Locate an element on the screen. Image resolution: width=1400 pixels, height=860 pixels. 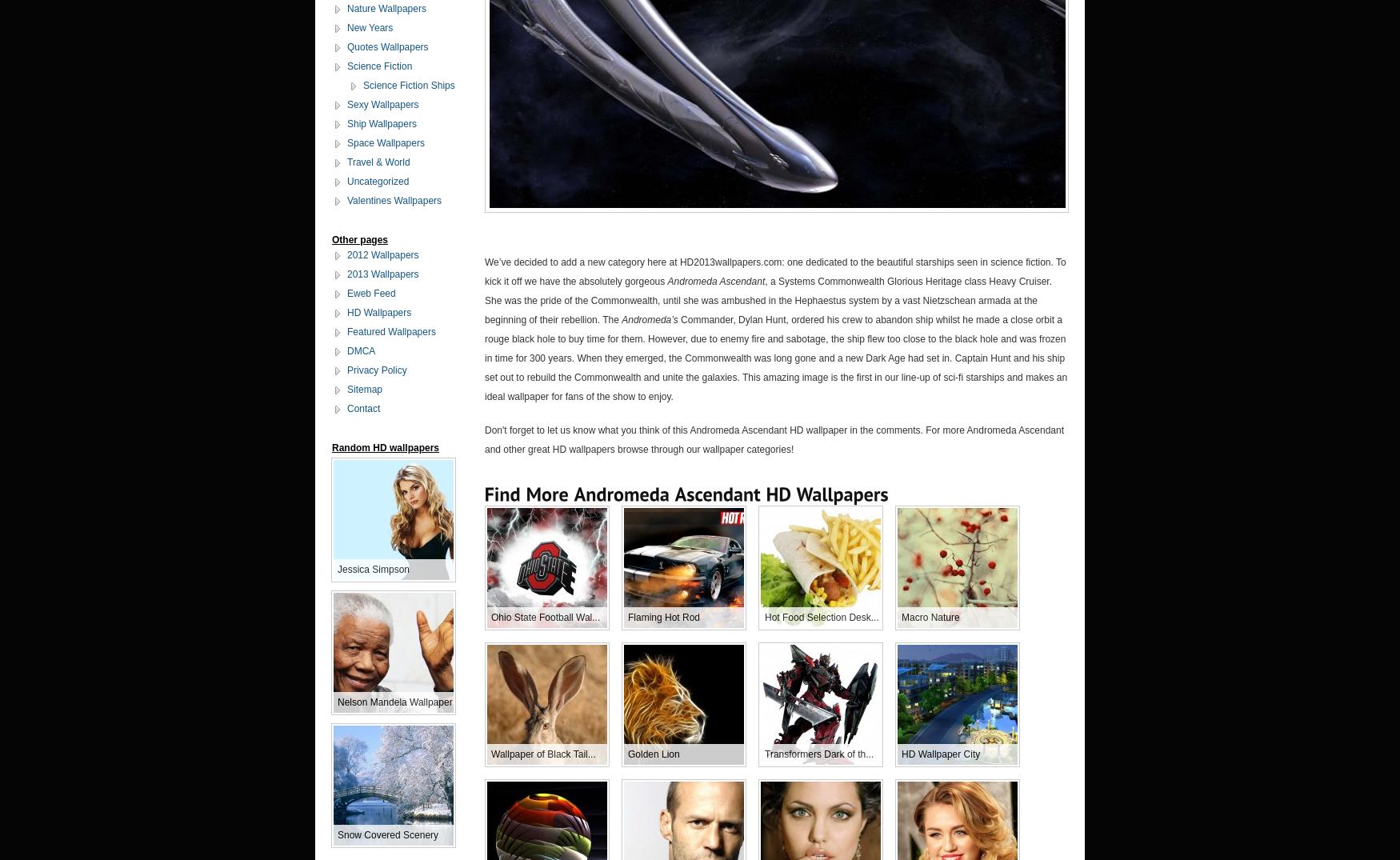
'Don't forget to let us know what you think of this Andromeda Ascendant HD wallpaper in the comments. For more Andromeda Ascendant and other great HD wallpapers browse through our wallpaper categories!' is located at coordinates (774, 439).